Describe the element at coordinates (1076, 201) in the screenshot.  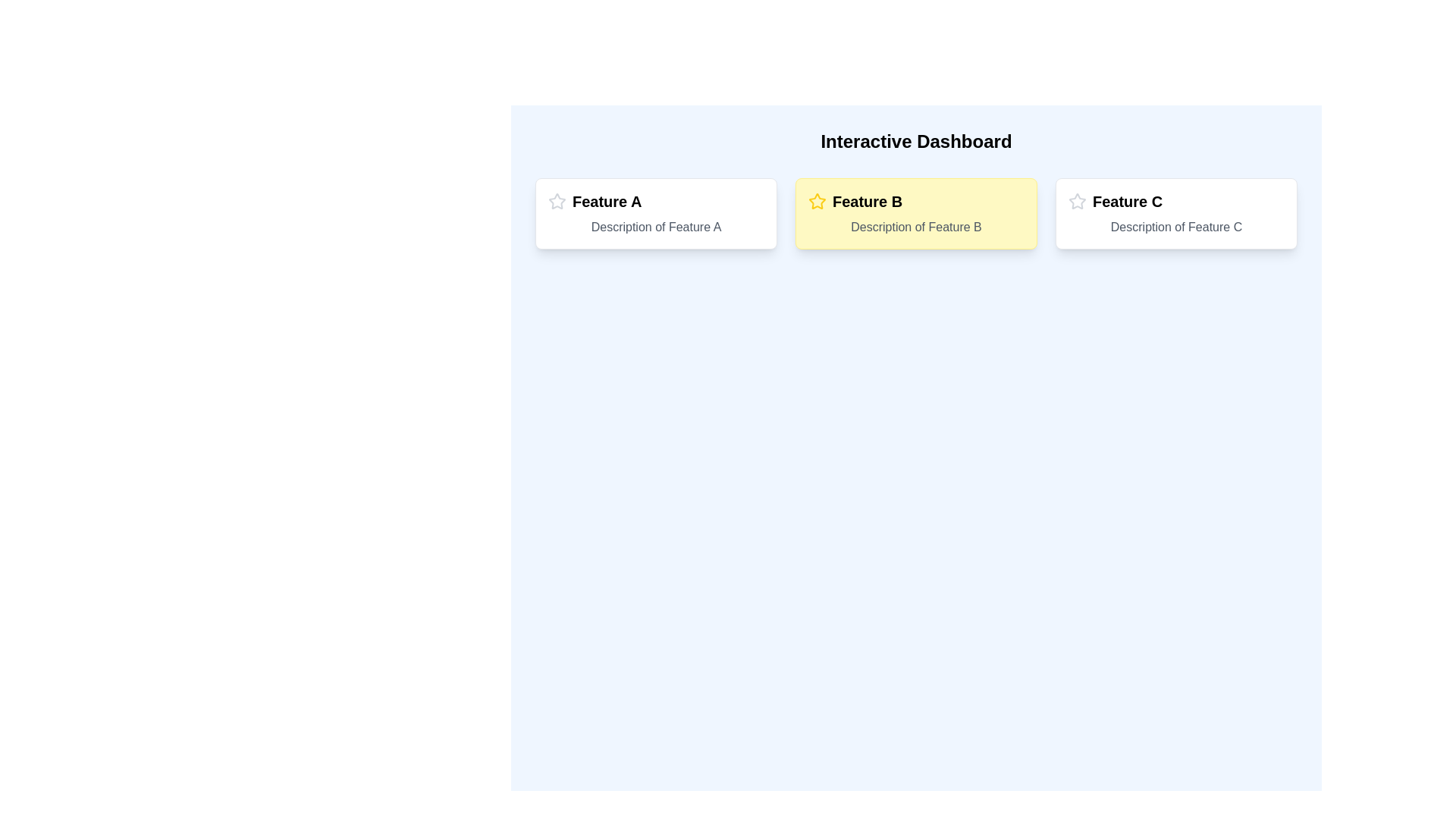
I see `the stylized star icon with a gray outline representing the rating or favorite feature, located at the leftmost side of the third feature block labeled 'Feature C.'` at that location.